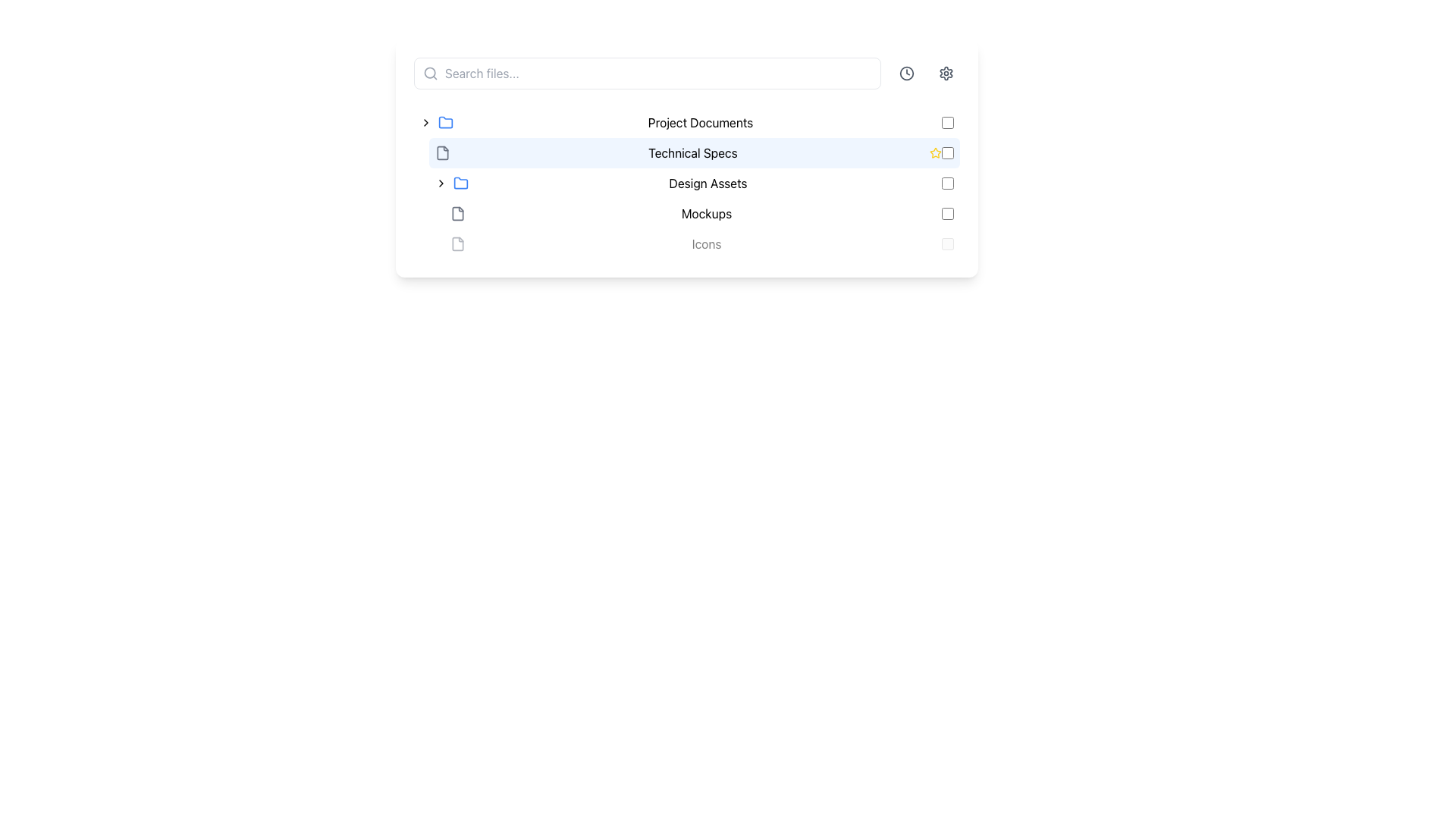 Image resolution: width=1456 pixels, height=819 pixels. I want to click on the selectable list item named 'Icons', which is the last row in a vertical stack of items under 'Mockups' and 'Design Assets', so click(686, 243).